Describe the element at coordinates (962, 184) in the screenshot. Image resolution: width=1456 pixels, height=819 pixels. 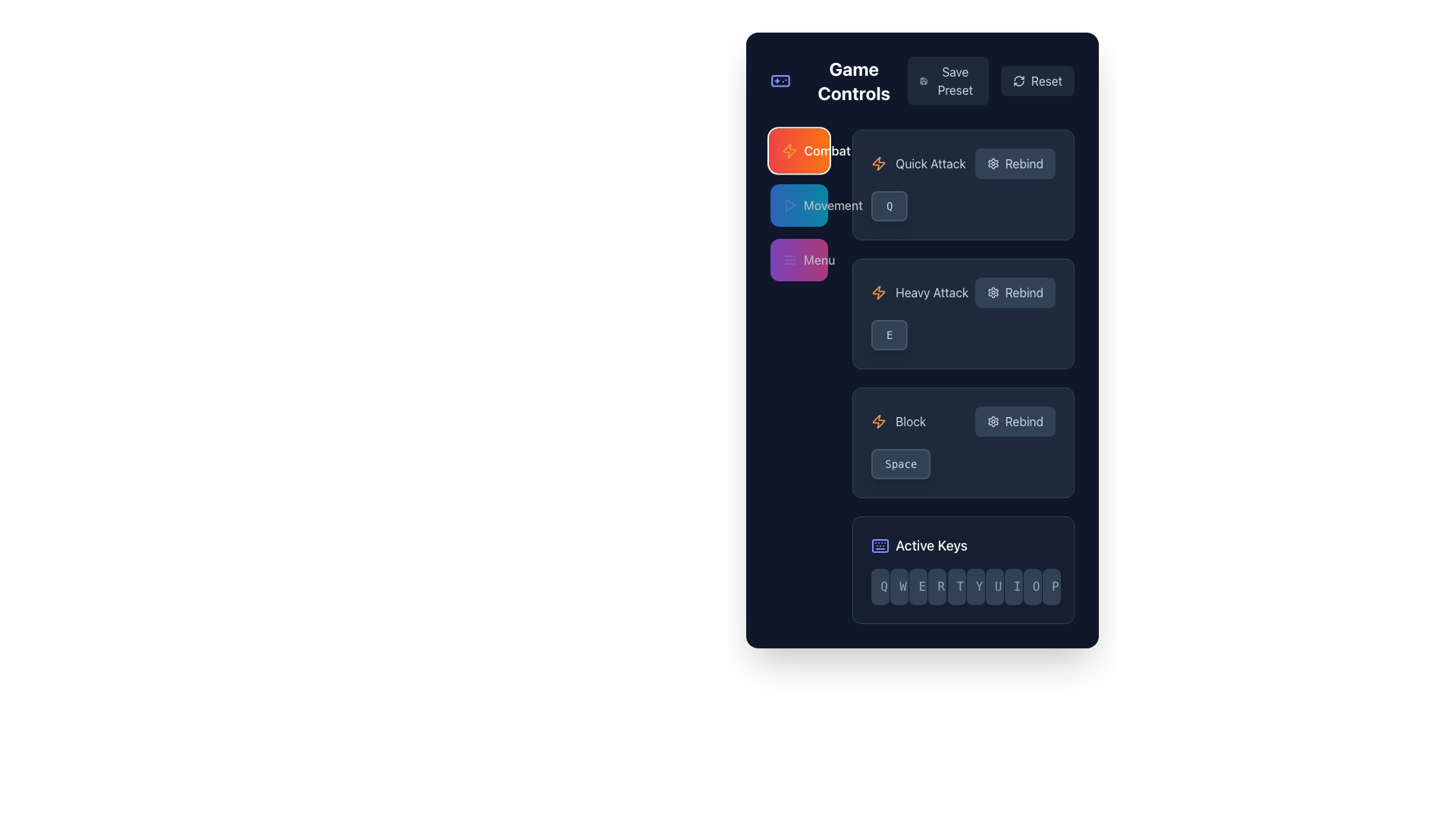
I see `the 'Quick Attack' control binding option in the 'Game Controls' section` at that location.